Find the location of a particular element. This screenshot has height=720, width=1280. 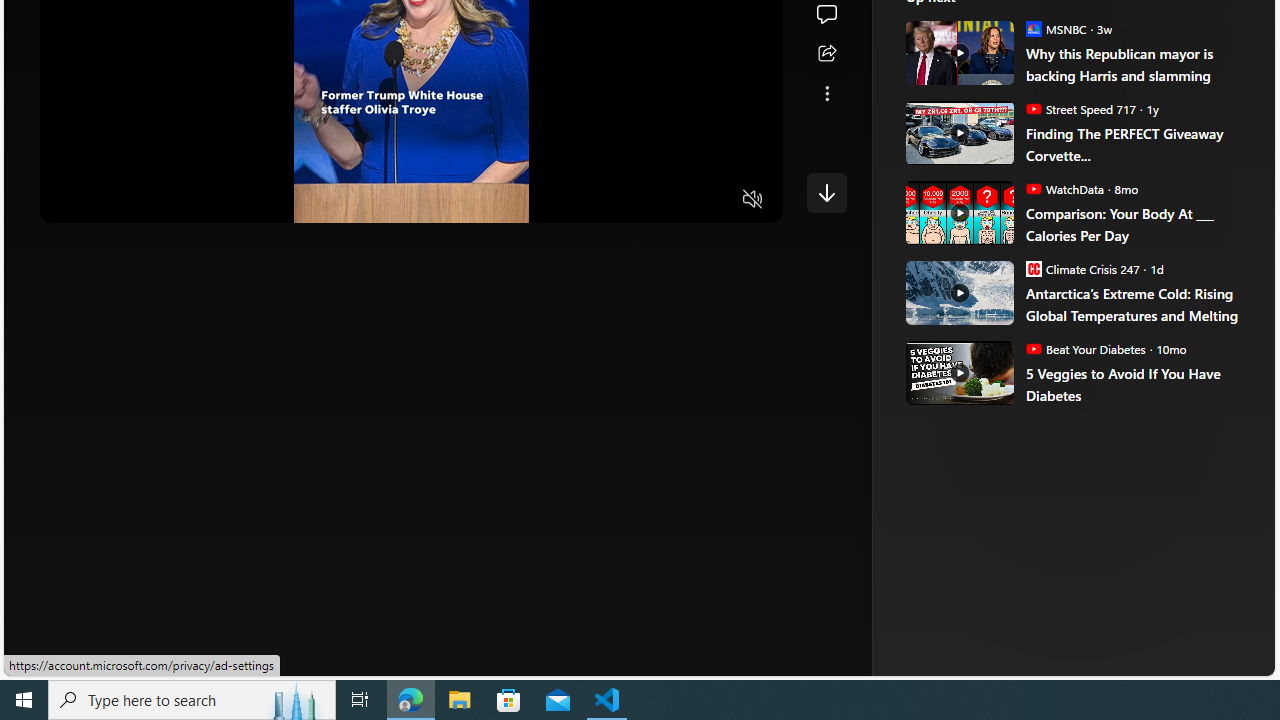

'Beat Your Diabetes' is located at coordinates (1033, 347).